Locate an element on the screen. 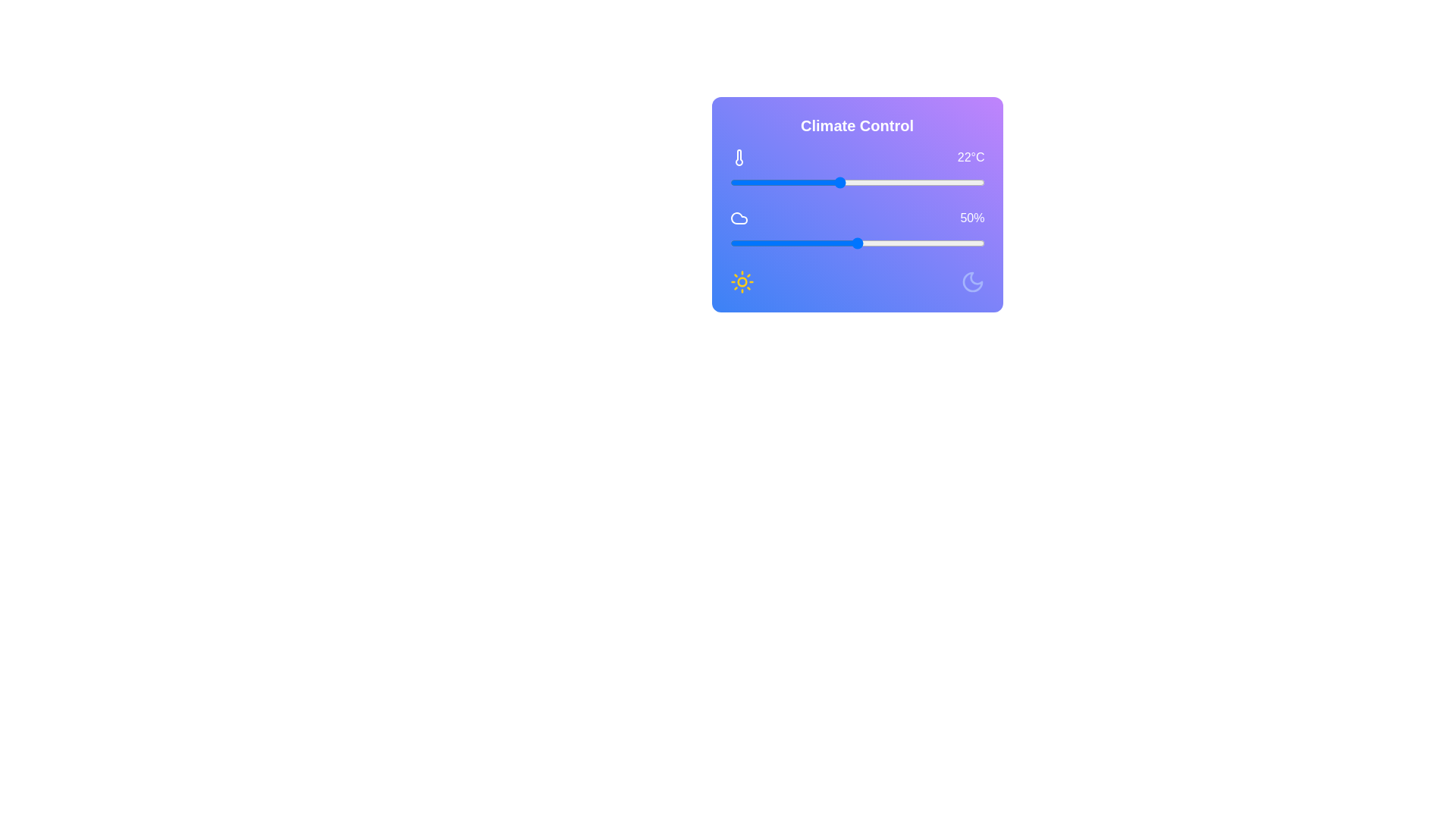  the slider is located at coordinates (912, 242).